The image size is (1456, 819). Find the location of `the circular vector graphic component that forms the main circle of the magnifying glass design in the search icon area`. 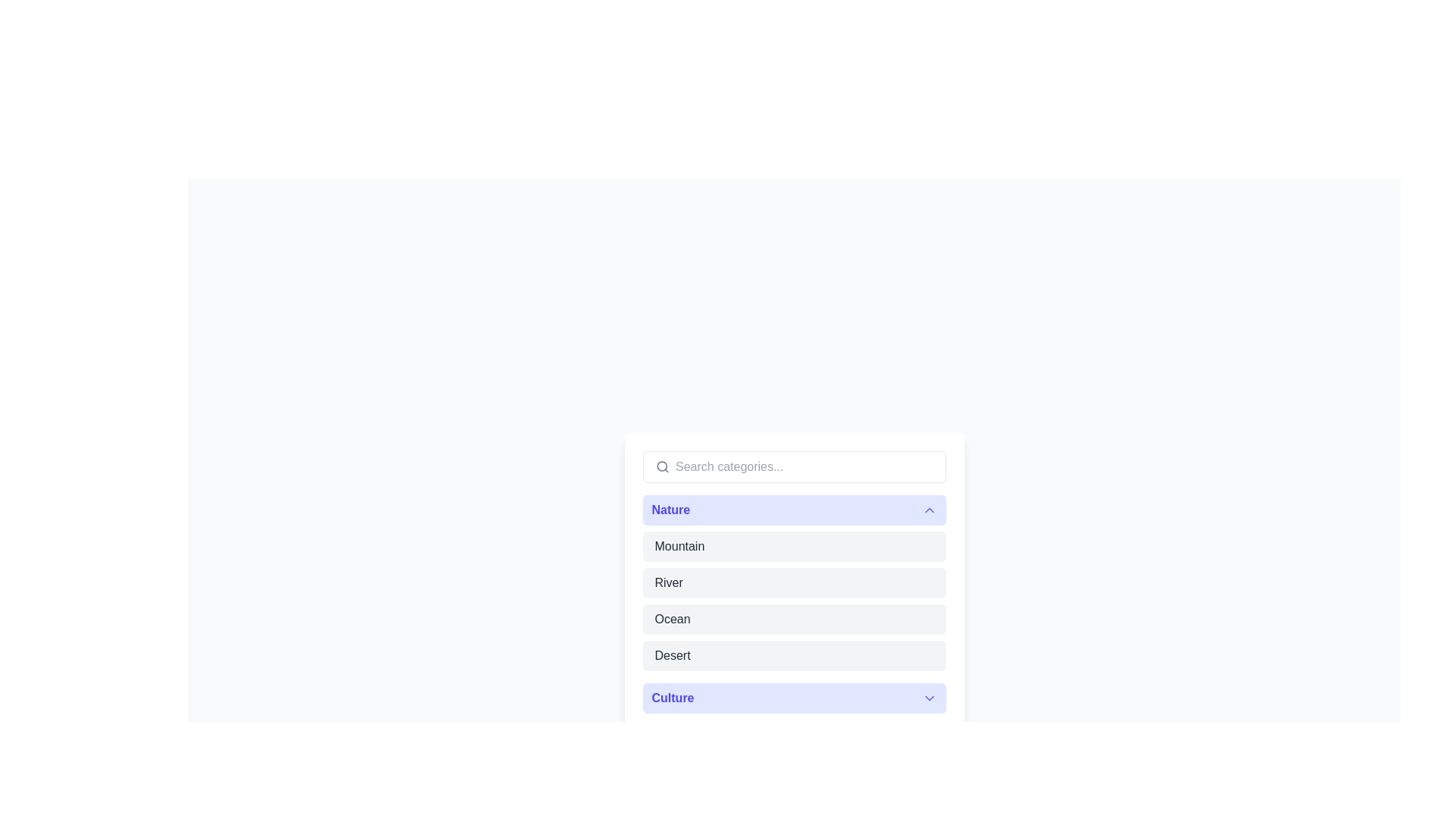

the circular vector graphic component that forms the main circle of the magnifying glass design in the search icon area is located at coordinates (662, 466).